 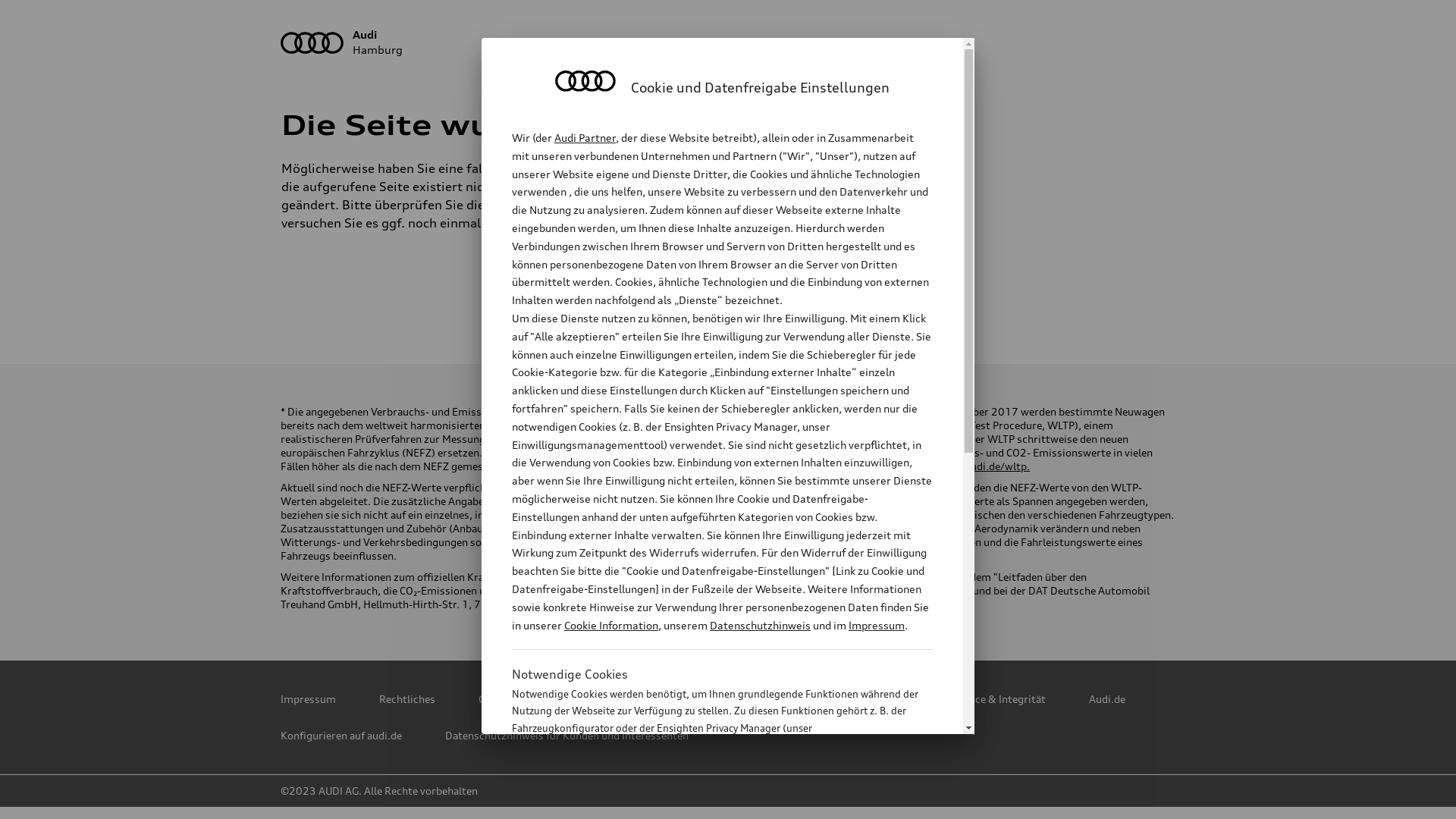 What do you see at coordinates (760, 625) in the screenshot?
I see `'Datenschutzhinweis'` at bounding box center [760, 625].